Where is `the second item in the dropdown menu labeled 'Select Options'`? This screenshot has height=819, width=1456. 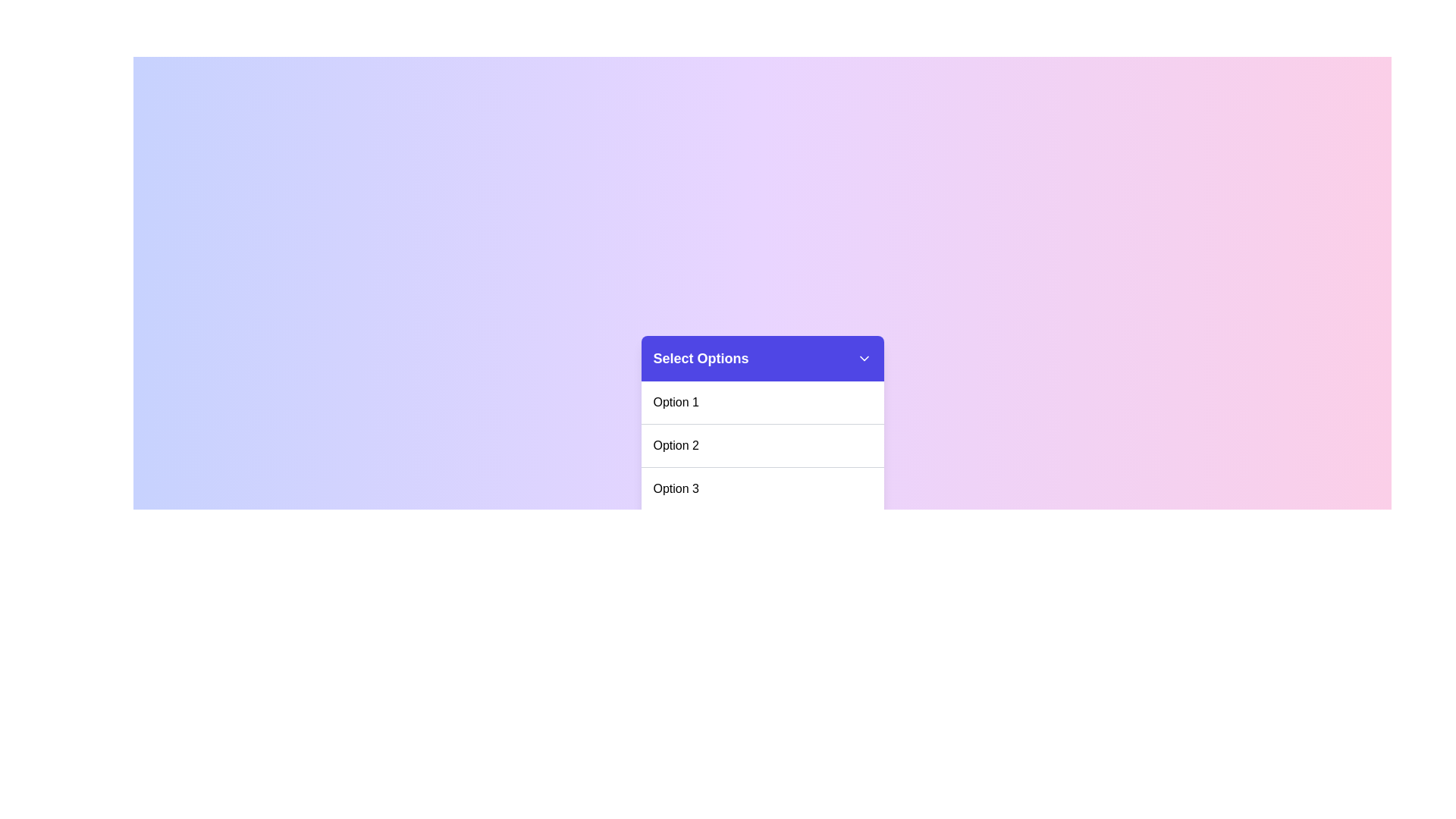 the second item in the dropdown menu labeled 'Select Options' is located at coordinates (762, 444).